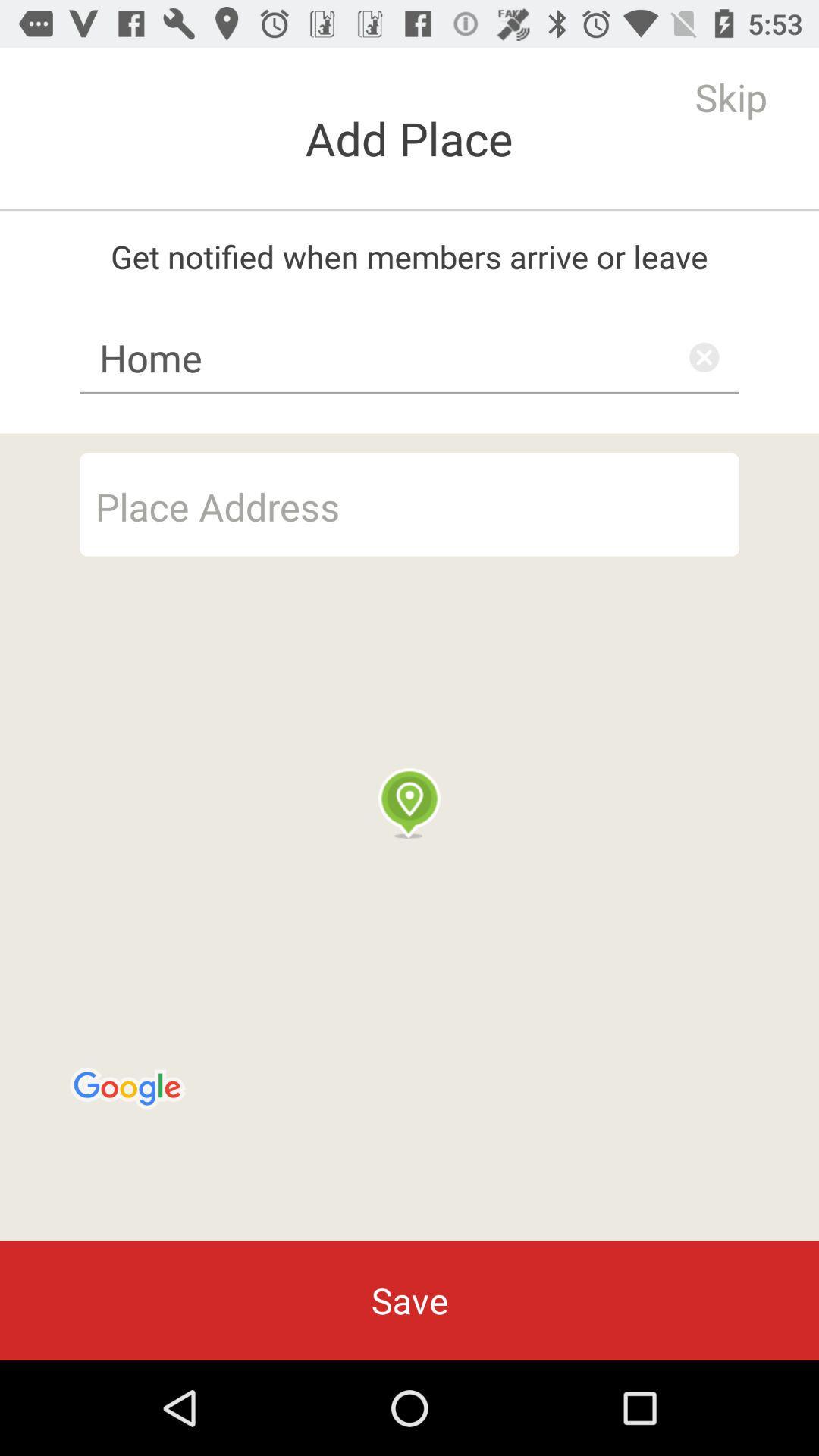  Describe the element at coordinates (730, 96) in the screenshot. I see `the icon next to add place` at that location.